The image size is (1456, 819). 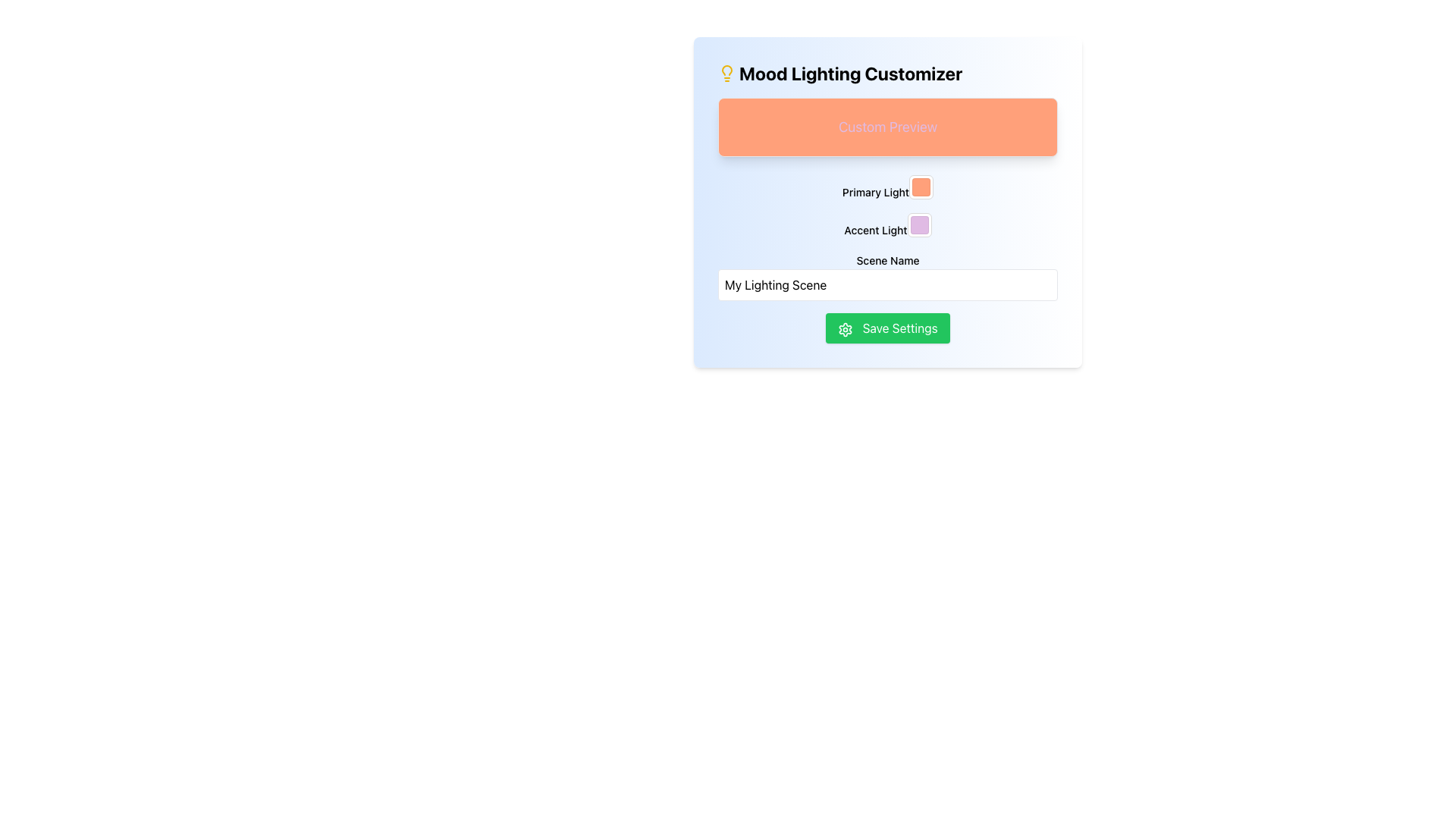 What do you see at coordinates (845, 328) in the screenshot?
I see `the settings icon located to the left of the 'Save Settings' green button at the bottom of the interface` at bounding box center [845, 328].